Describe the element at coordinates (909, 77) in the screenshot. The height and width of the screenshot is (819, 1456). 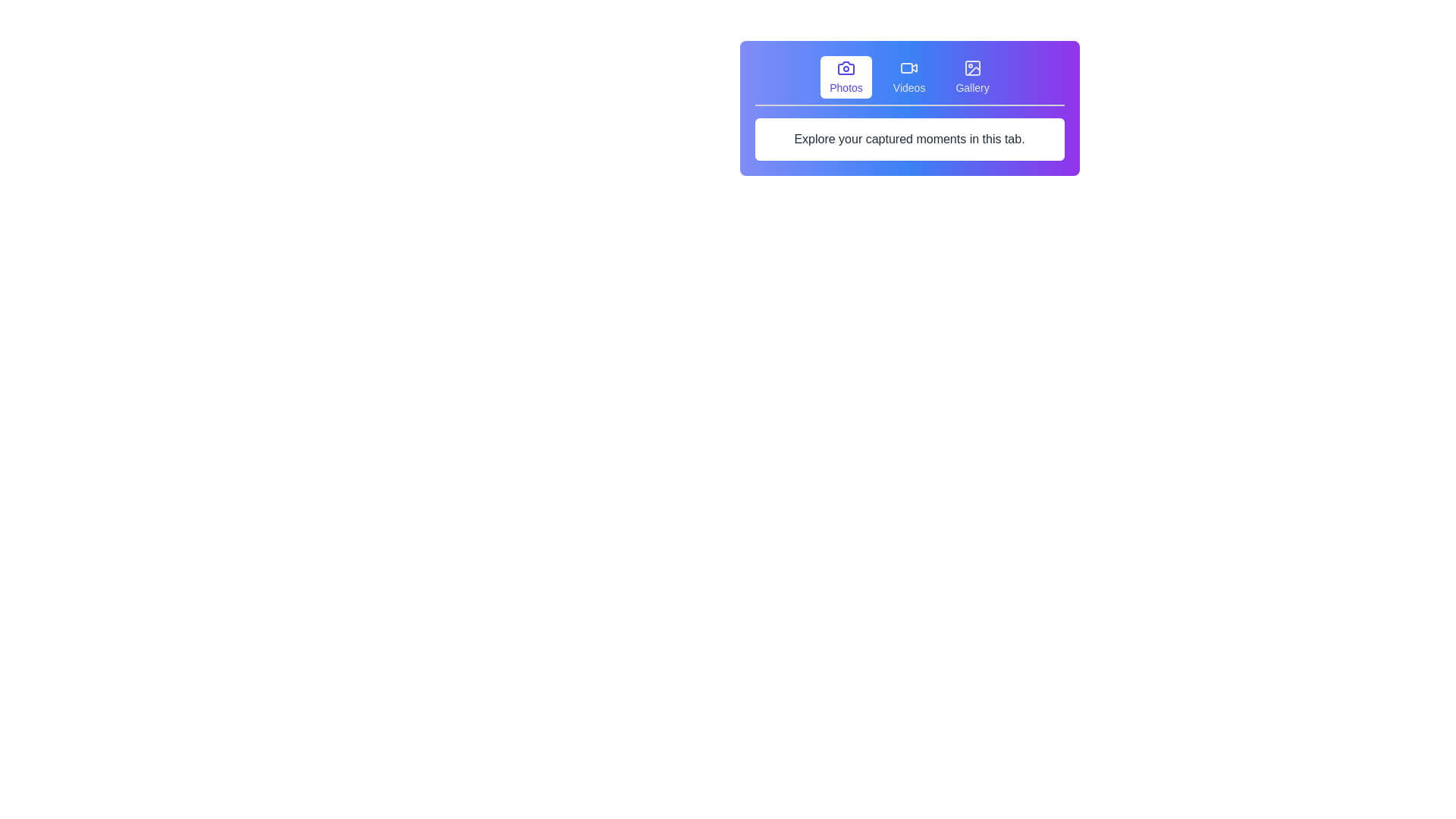
I see `the 'Videos' navigation button located between 'Photos' and 'Gallery' to trigger a visual response` at that location.